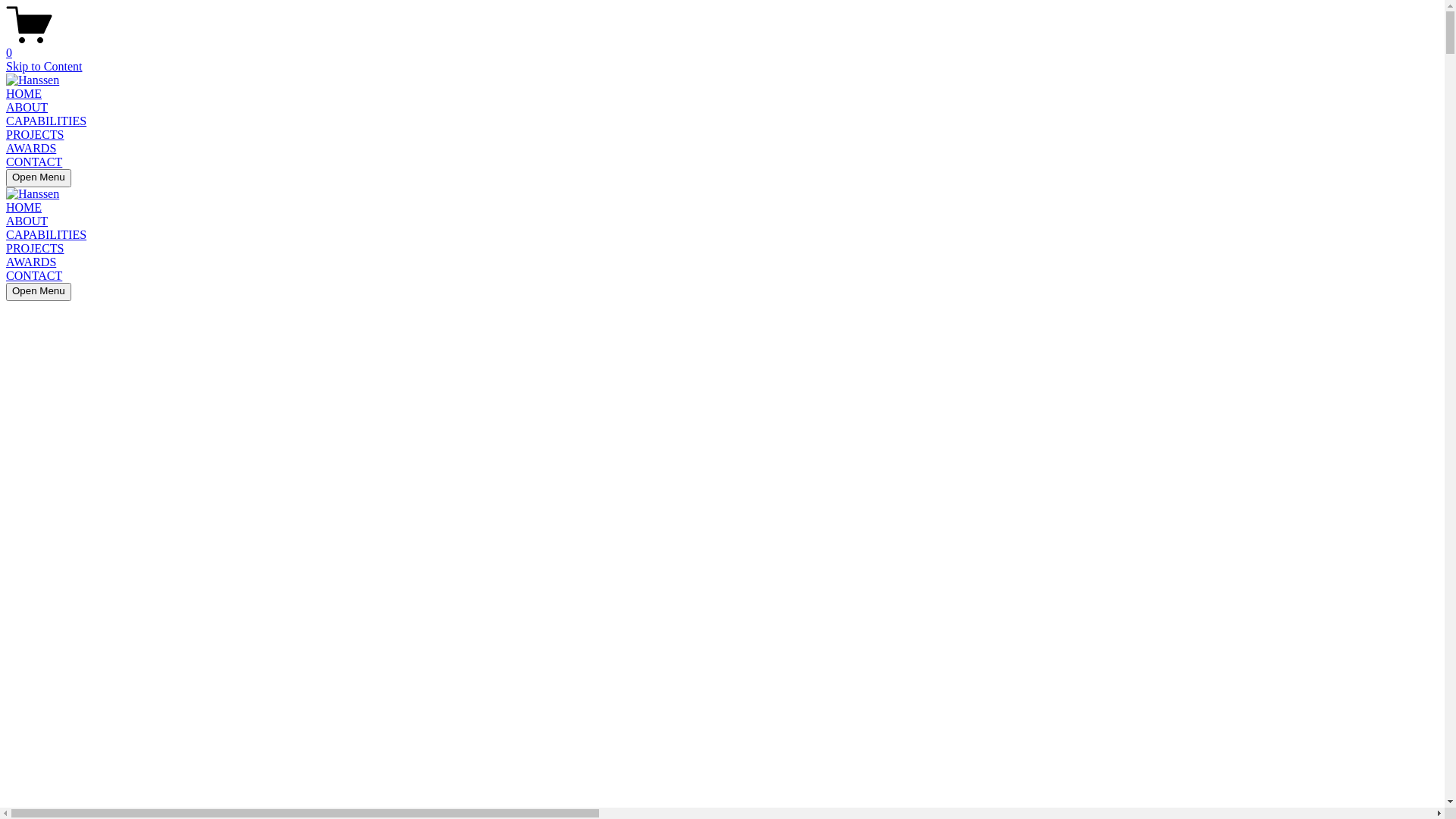 The width and height of the screenshot is (1456, 819). What do you see at coordinates (35, 133) in the screenshot?
I see `'PROJECTS'` at bounding box center [35, 133].